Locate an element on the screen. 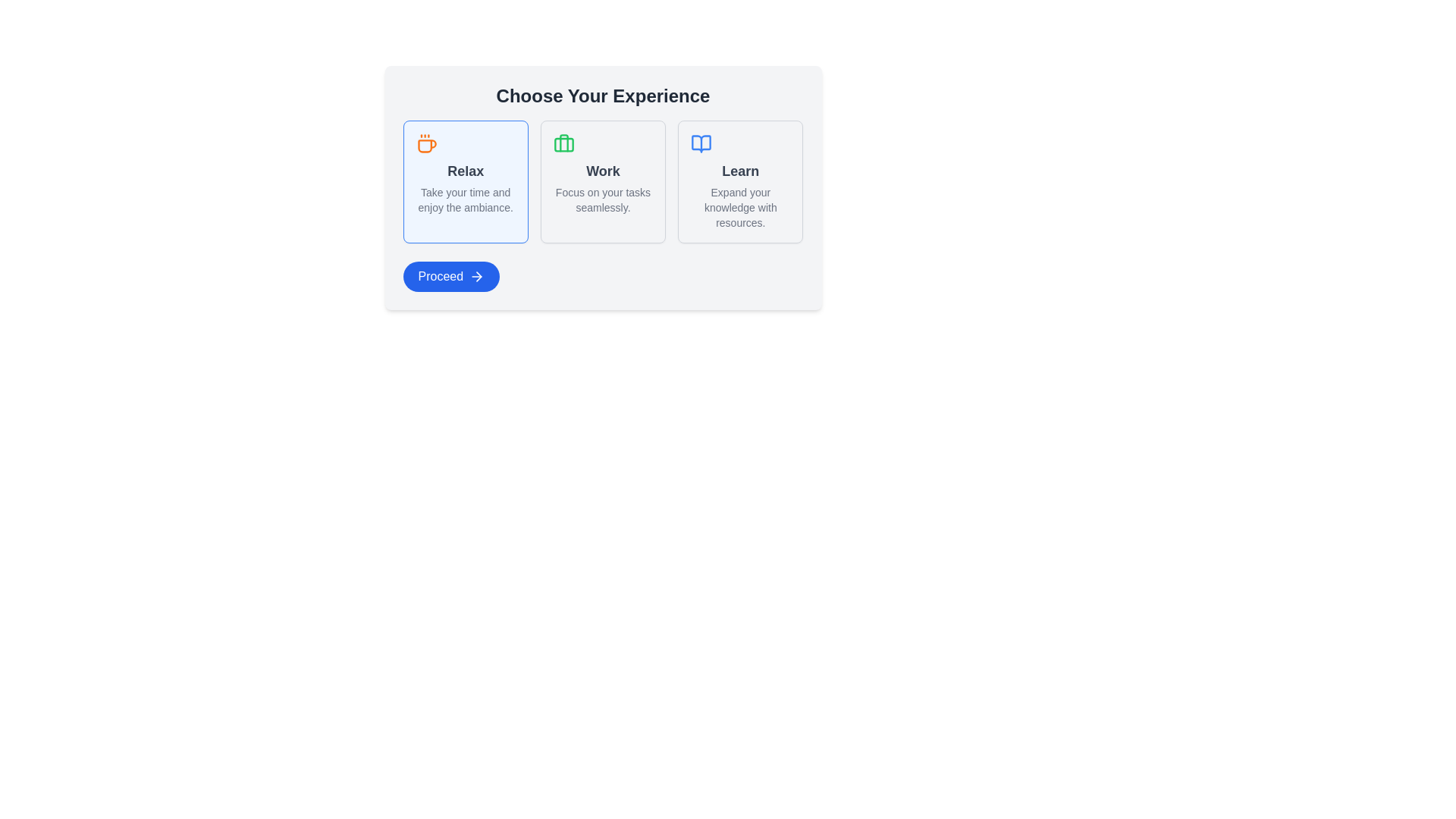 The width and height of the screenshot is (1456, 819). the forward action icon located to the right of the 'Proceed' button, which visually indicates the next action is located at coordinates (476, 277).